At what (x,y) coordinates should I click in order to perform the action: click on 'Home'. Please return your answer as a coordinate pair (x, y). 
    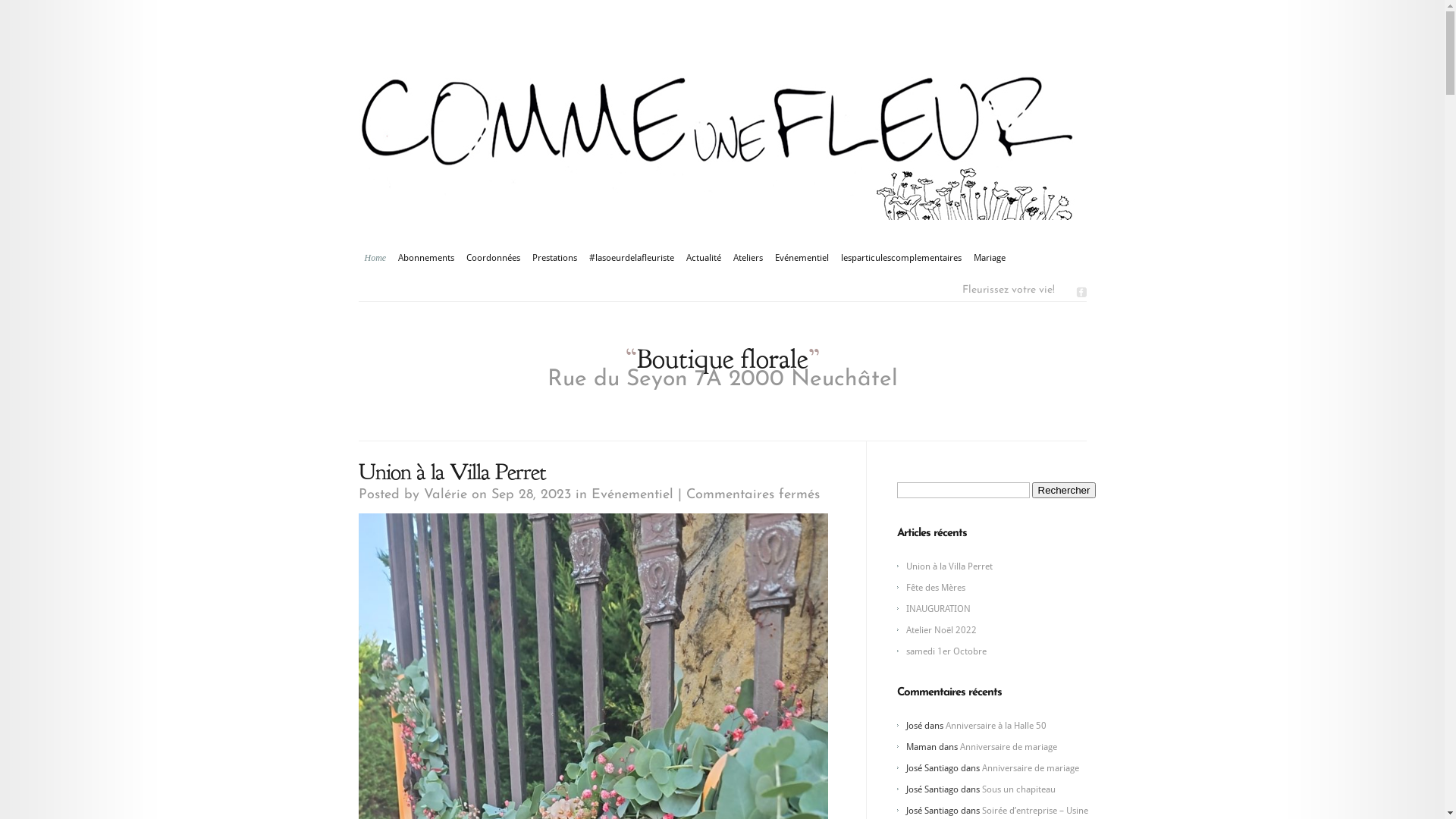
    Looking at the image, I should click on (375, 256).